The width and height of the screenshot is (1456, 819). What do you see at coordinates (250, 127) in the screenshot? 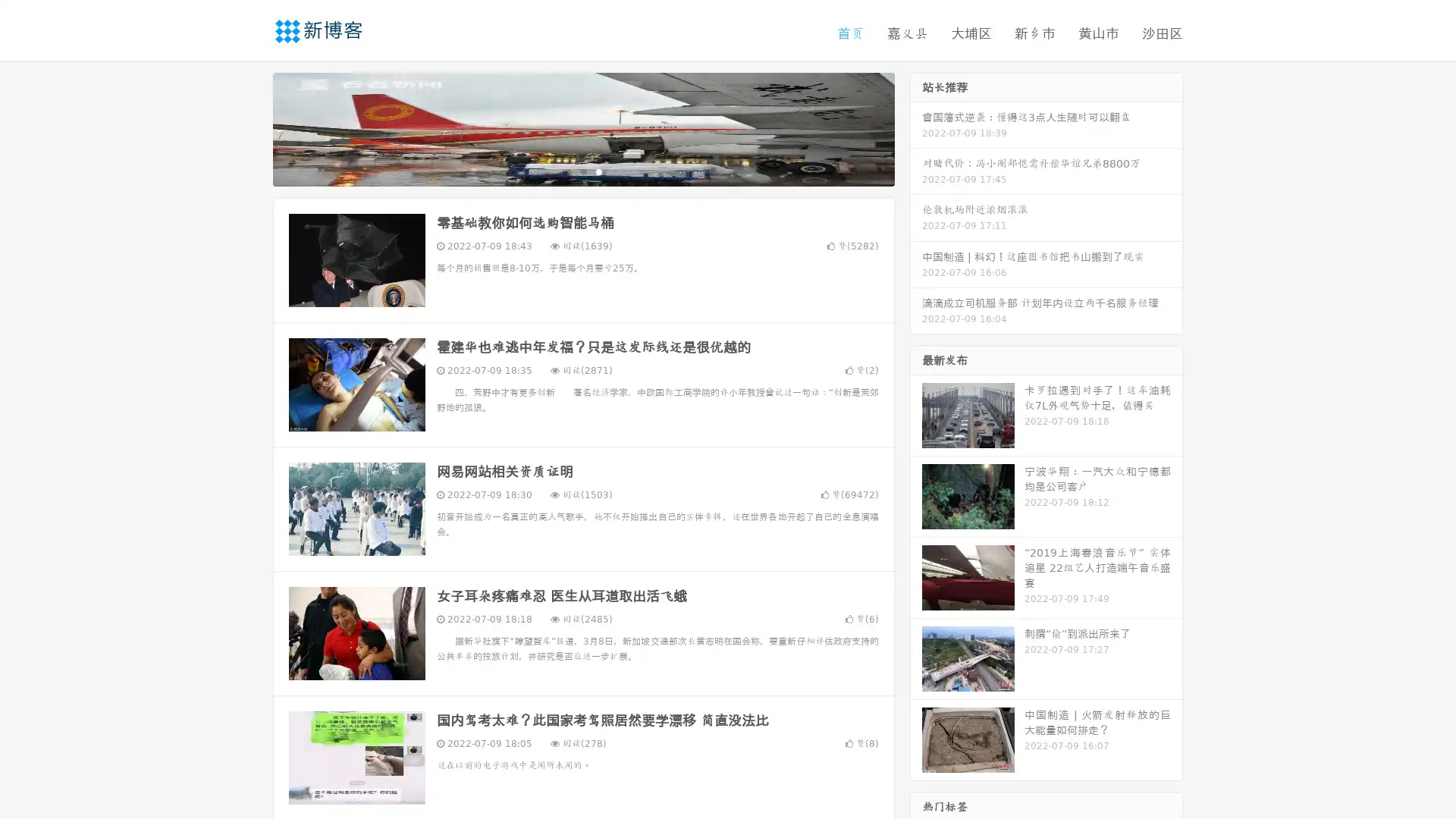
I see `Previous slide` at bounding box center [250, 127].